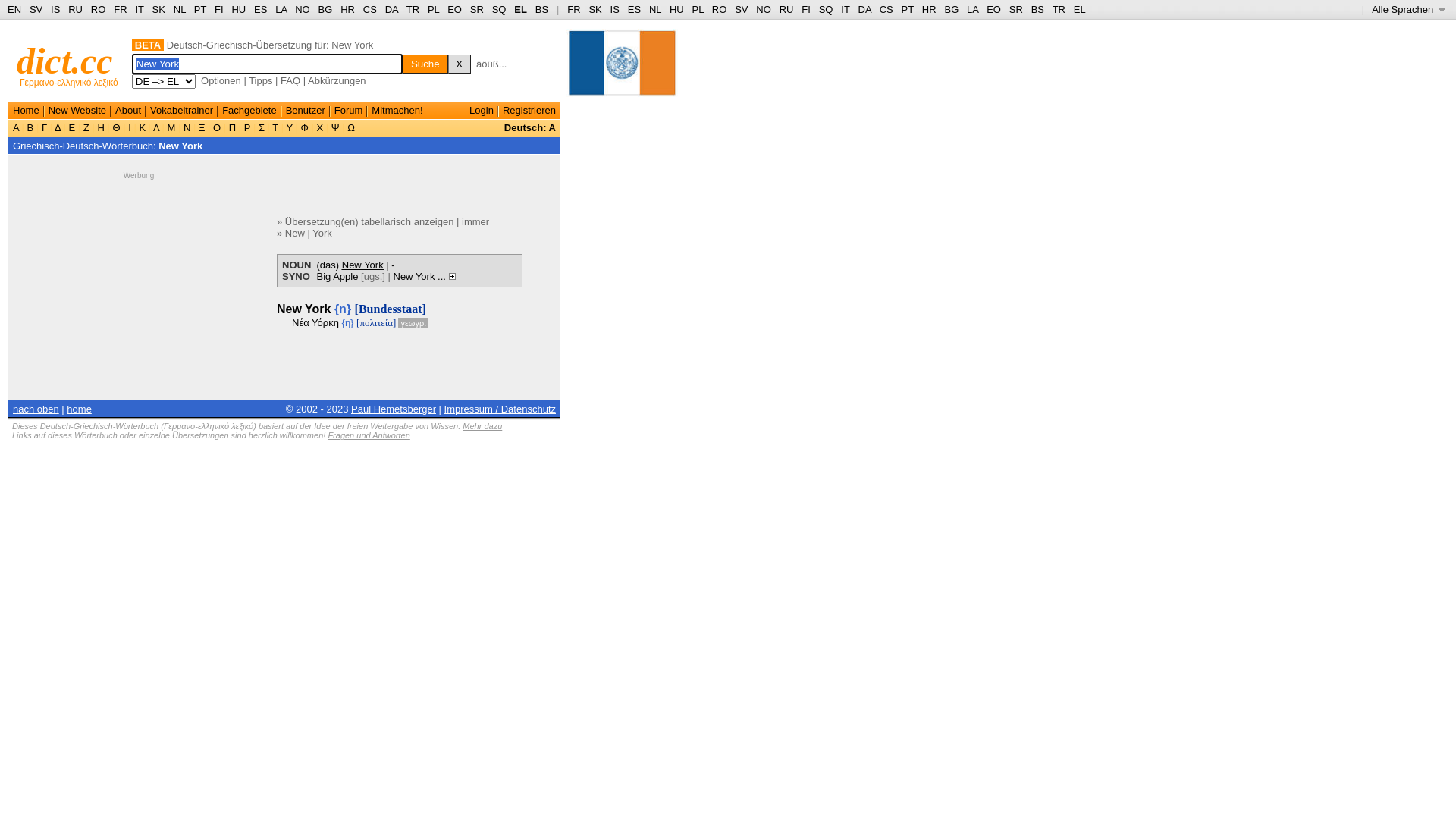 This screenshot has width=1456, height=819. Describe the element at coordinates (1407, 9) in the screenshot. I see `'Alle Sprachen '` at that location.